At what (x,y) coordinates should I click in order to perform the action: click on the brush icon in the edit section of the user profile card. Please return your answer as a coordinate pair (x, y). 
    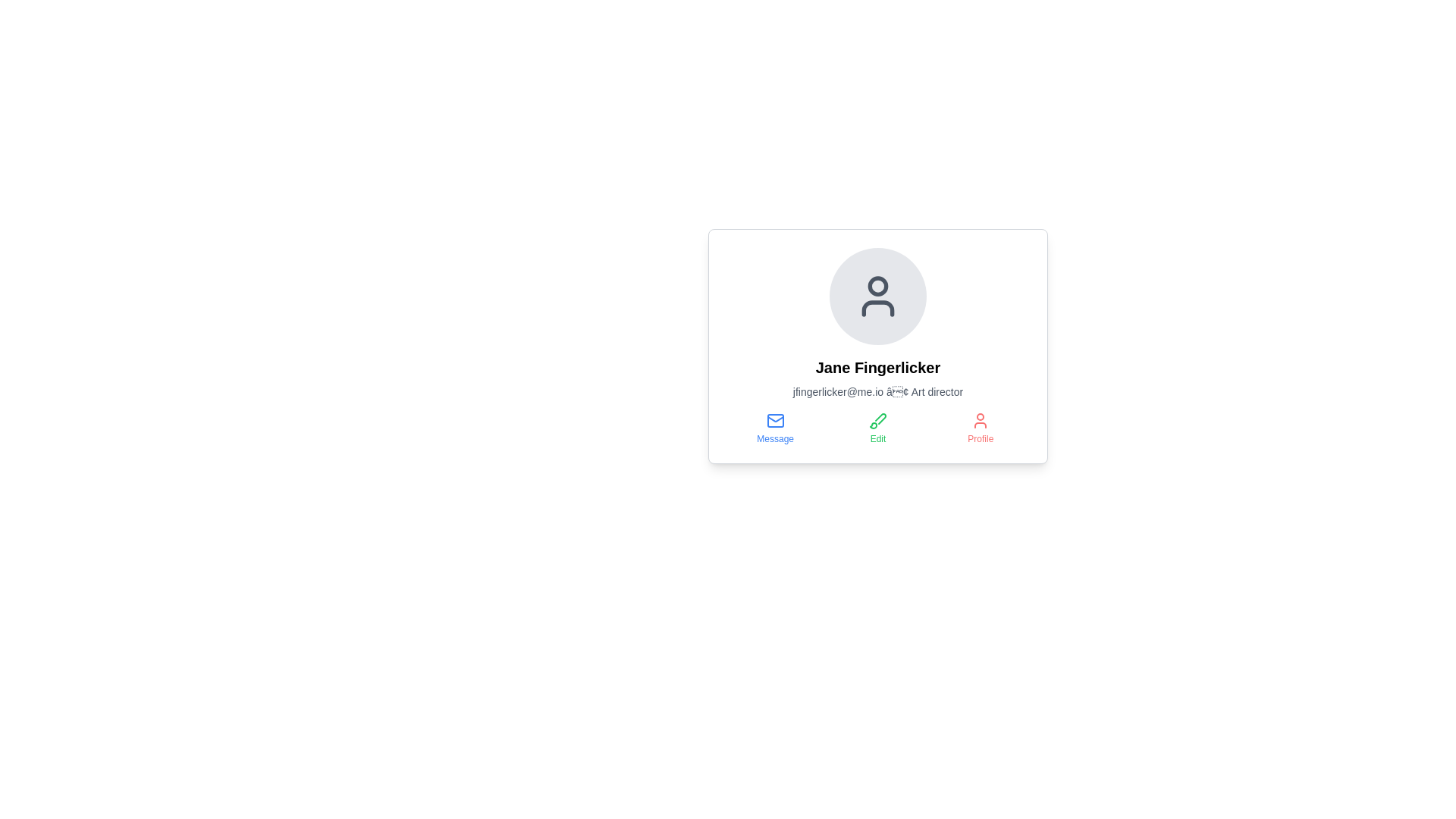
    Looking at the image, I should click on (877, 421).